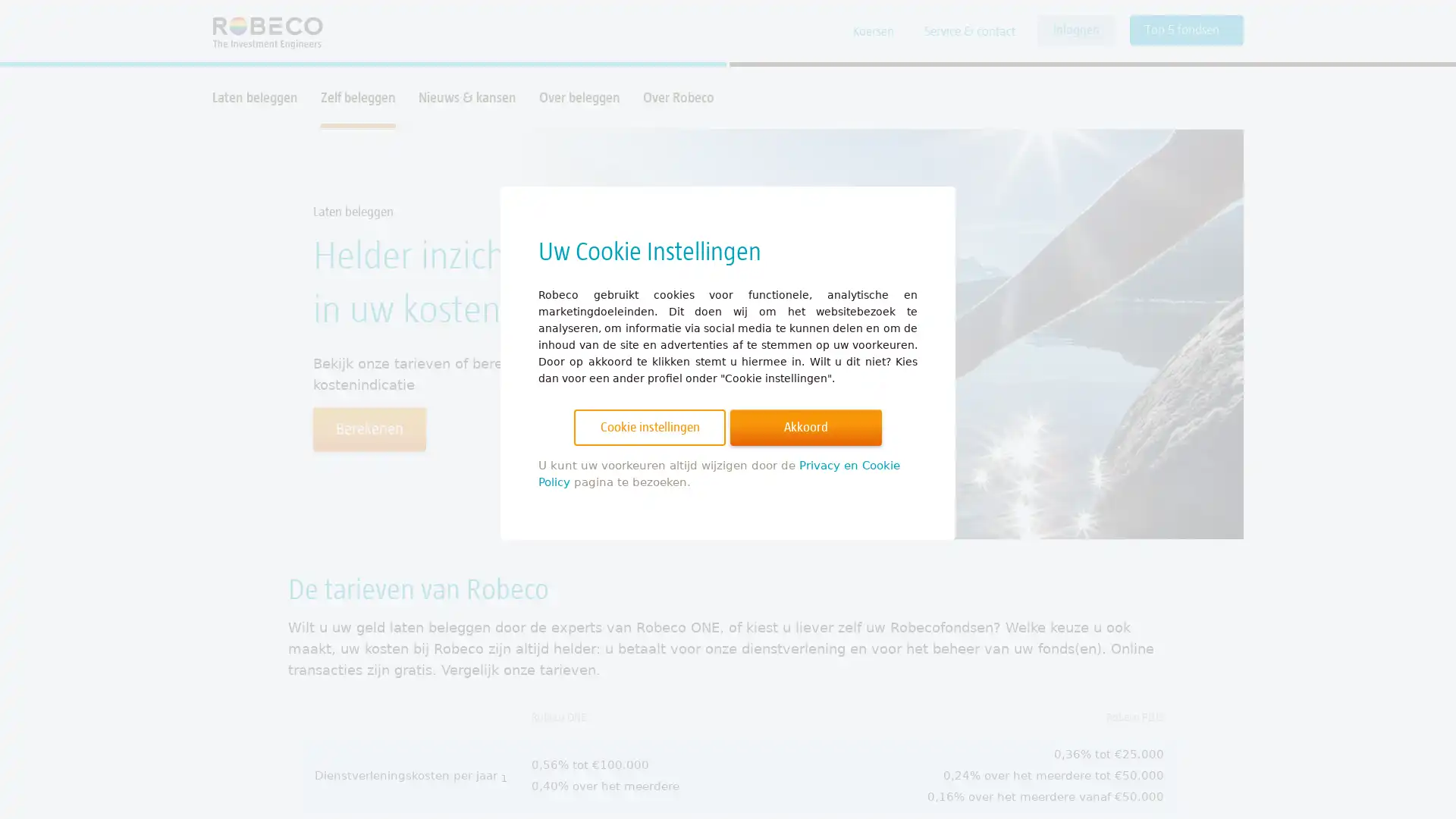 The image size is (1456, 819). I want to click on Nieuws & kansen, so click(466, 97).